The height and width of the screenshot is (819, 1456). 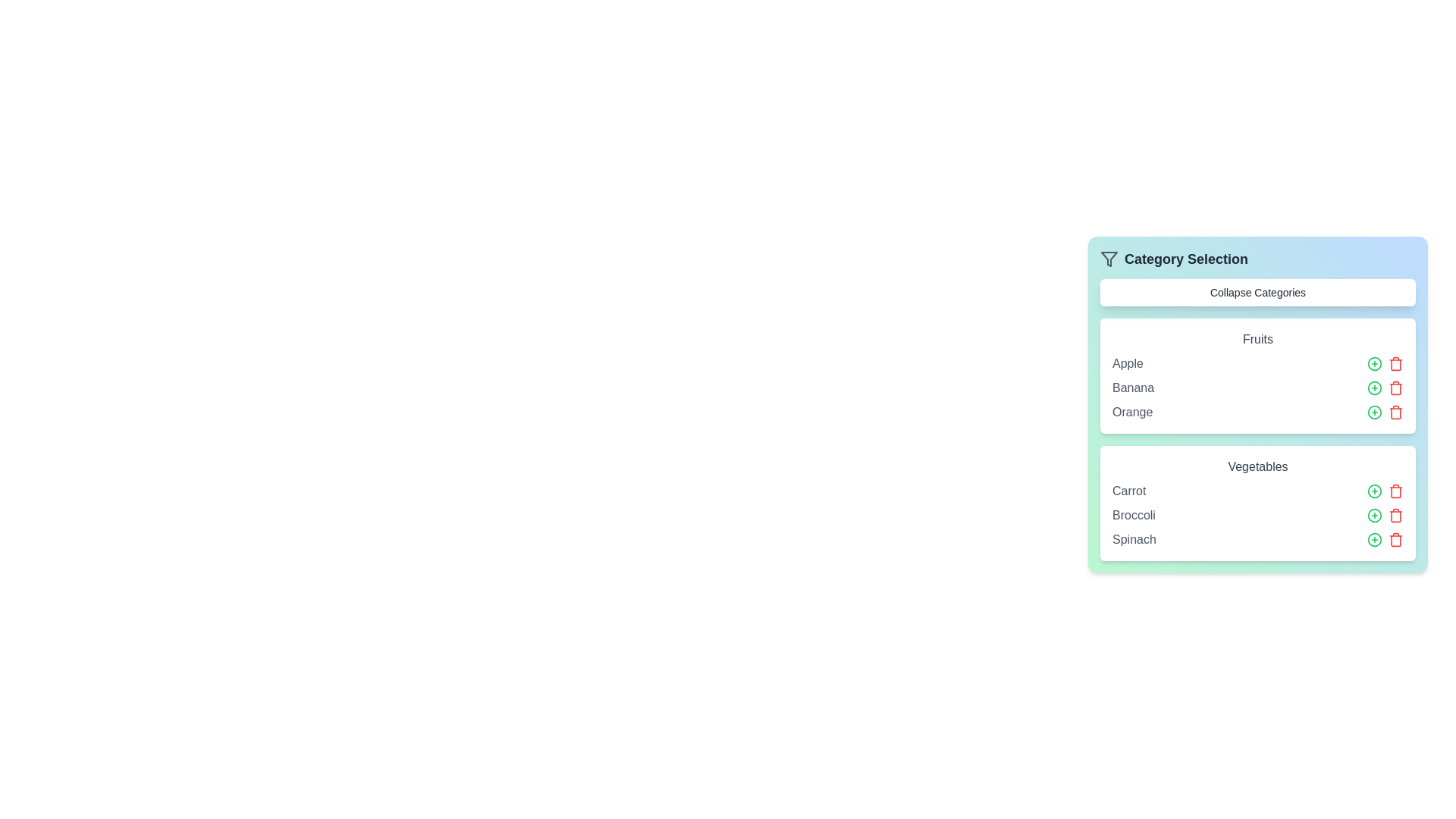 What do you see at coordinates (1395, 363) in the screenshot?
I see `the trash icon next to the item Apple to remove it from the list` at bounding box center [1395, 363].